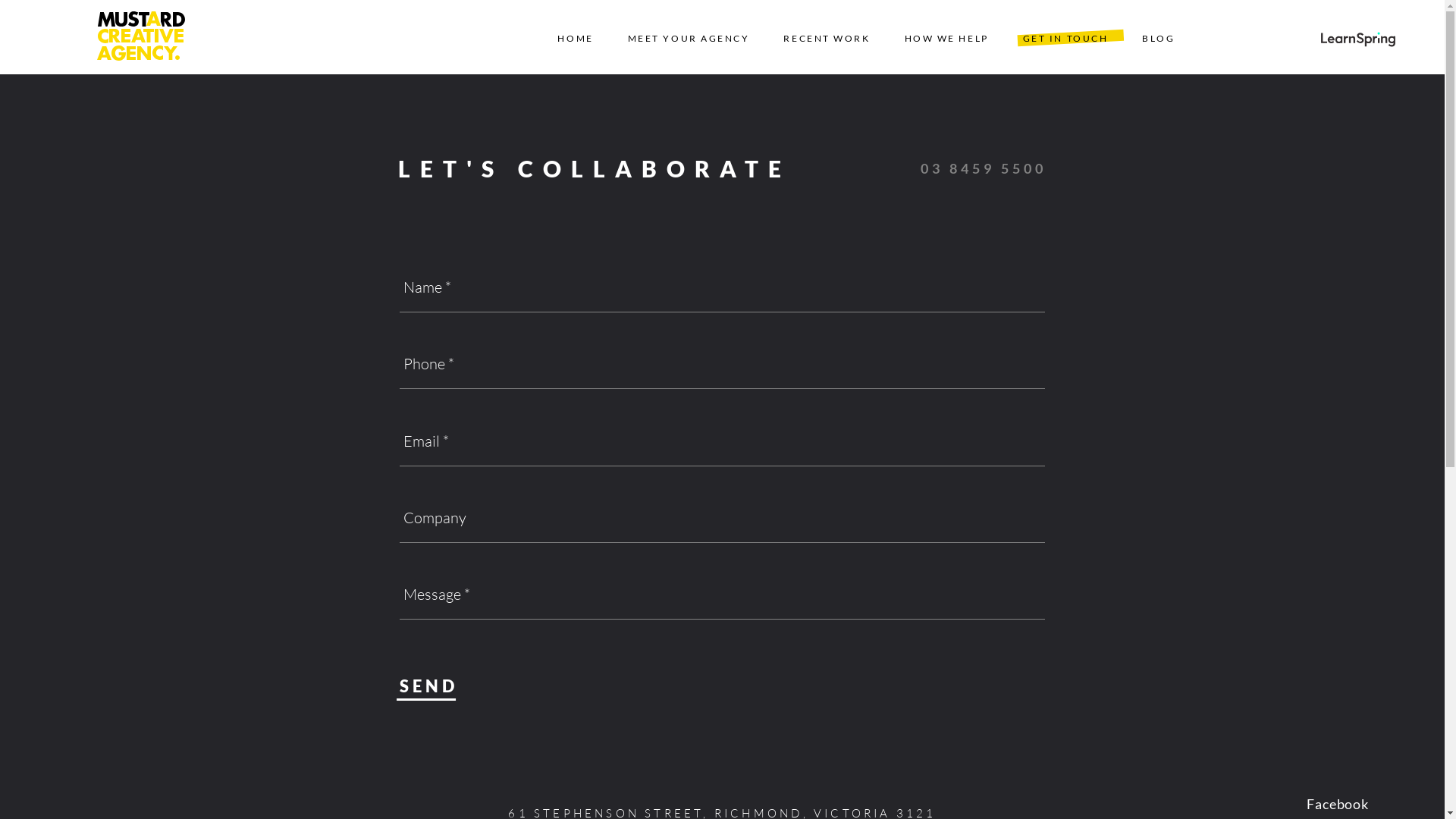  What do you see at coordinates (1065, 37) in the screenshot?
I see `'GET IN TOUCH'` at bounding box center [1065, 37].